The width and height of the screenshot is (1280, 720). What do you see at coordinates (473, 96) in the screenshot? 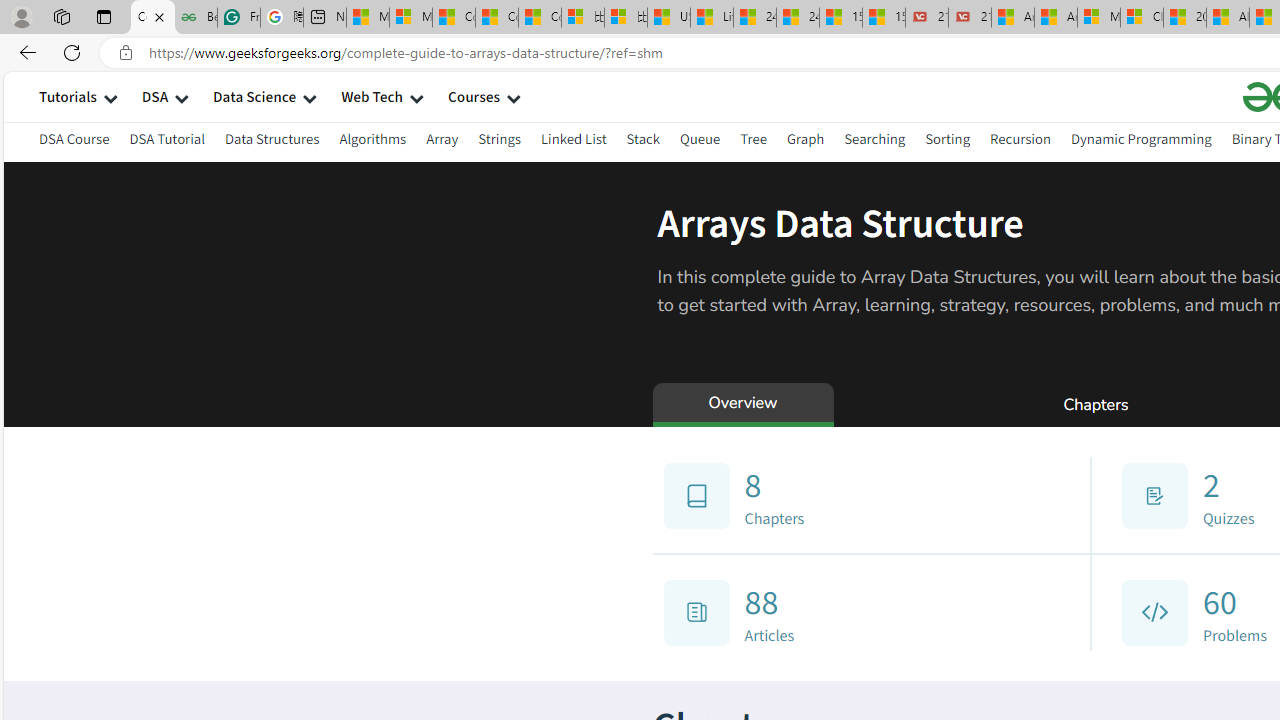
I see `'Courses'` at bounding box center [473, 96].